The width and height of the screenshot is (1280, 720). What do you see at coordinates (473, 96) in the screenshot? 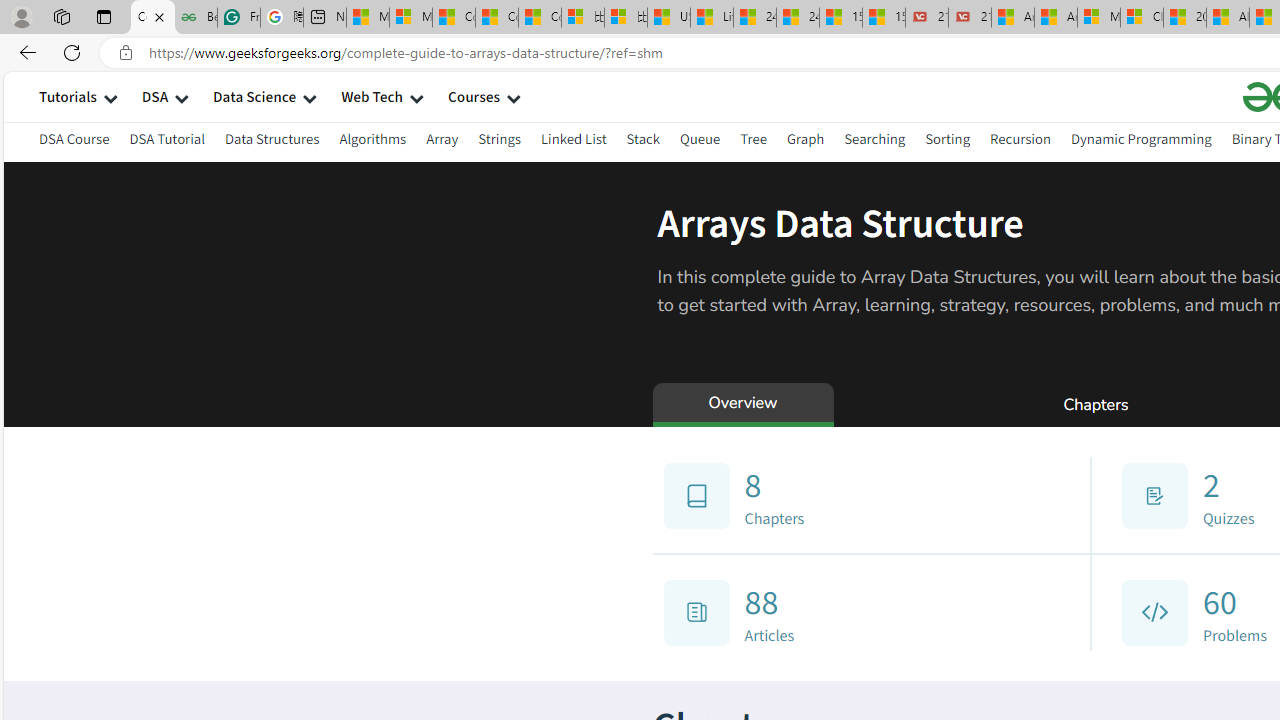
I see `'Courses'` at bounding box center [473, 96].